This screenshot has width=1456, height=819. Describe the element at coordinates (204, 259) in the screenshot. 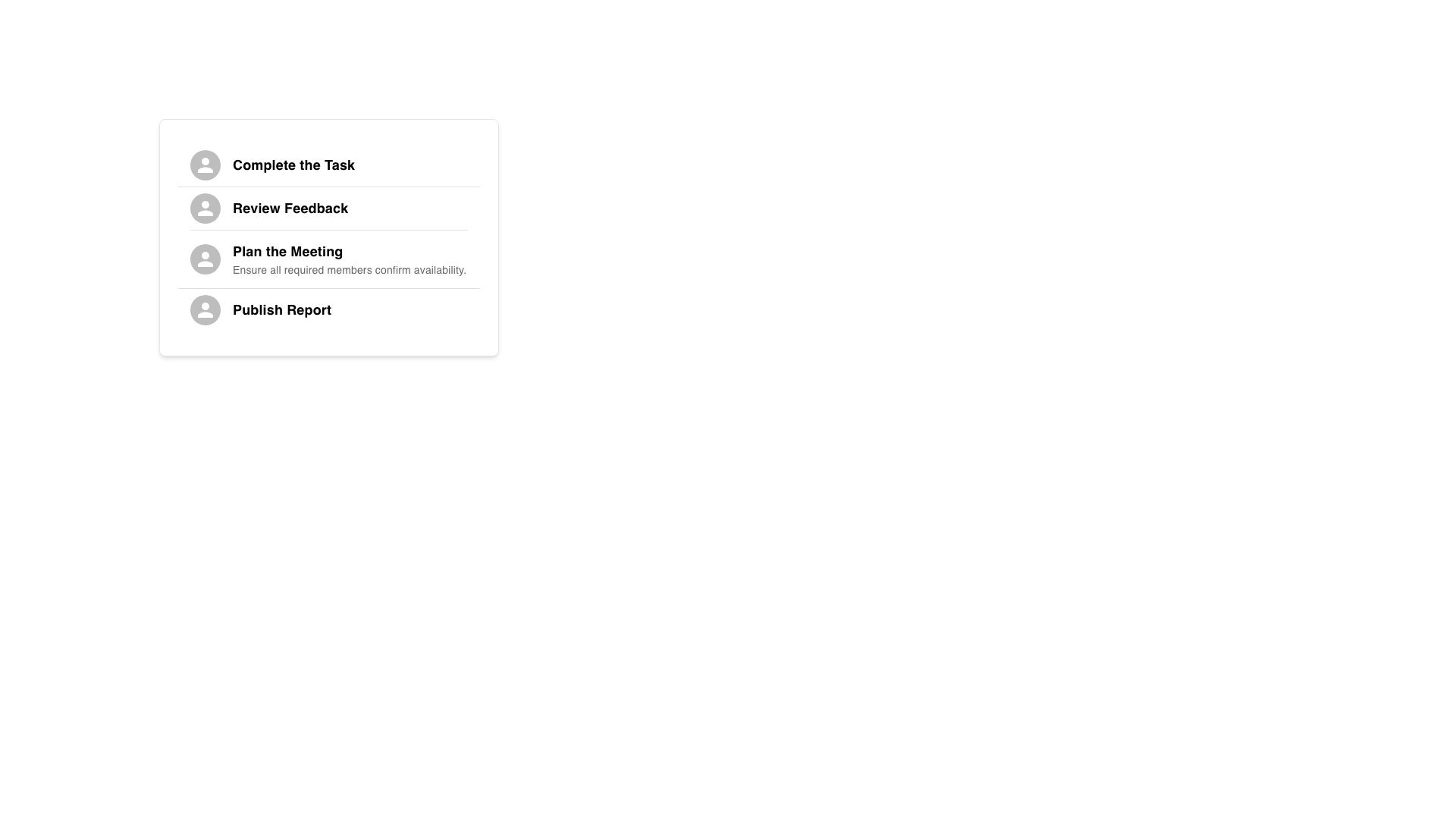

I see `the avatar icon representing the task 'Plan the Meeting', which is the third list item in the organized task list, located to the left of the title` at that location.